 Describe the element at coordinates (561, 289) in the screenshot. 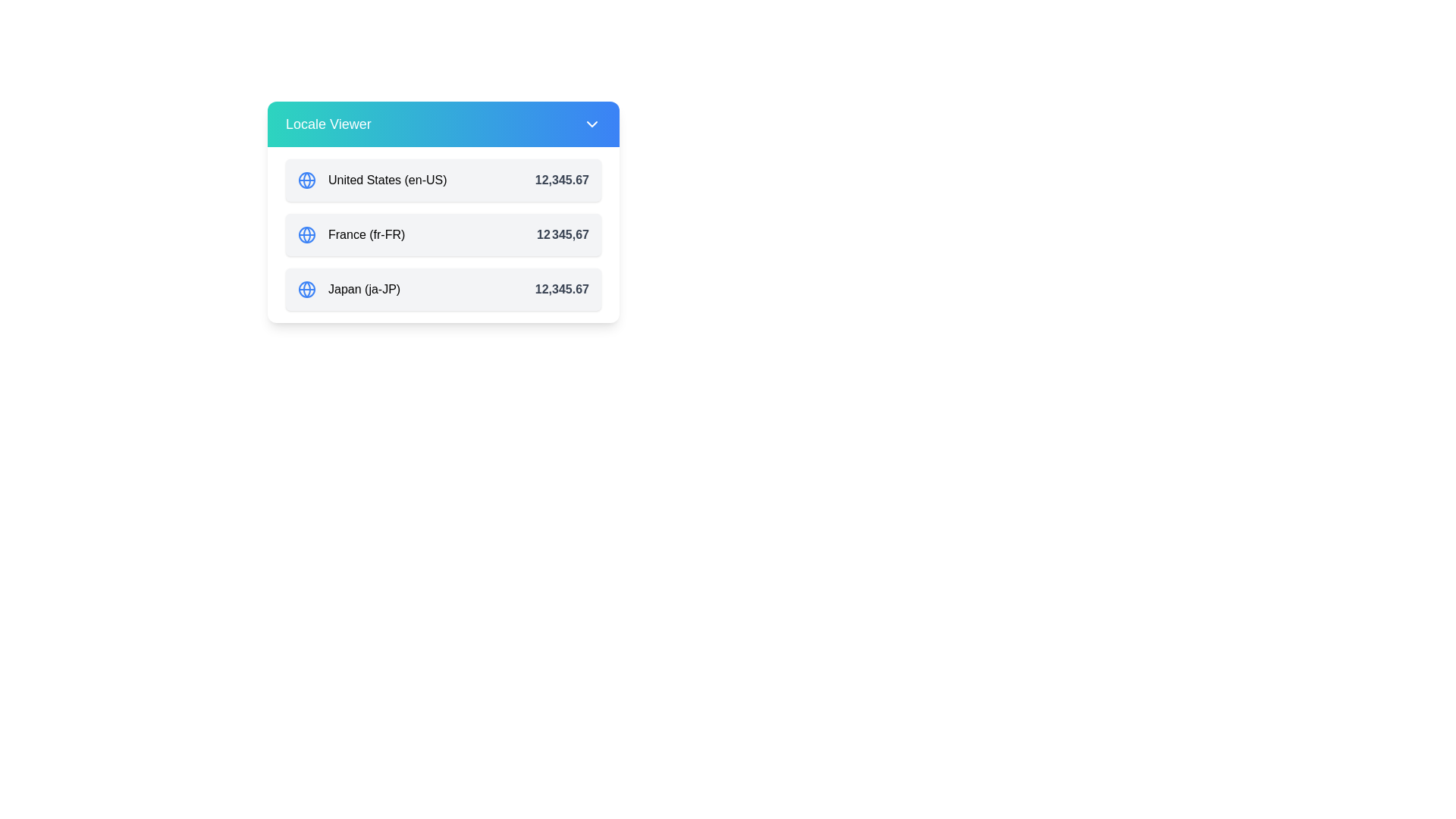

I see `the text label displaying the numeric value '12,345.67' styled in bold gray font, located to the right of 'Japan (ja-JP)' within the Japan locale row` at that location.